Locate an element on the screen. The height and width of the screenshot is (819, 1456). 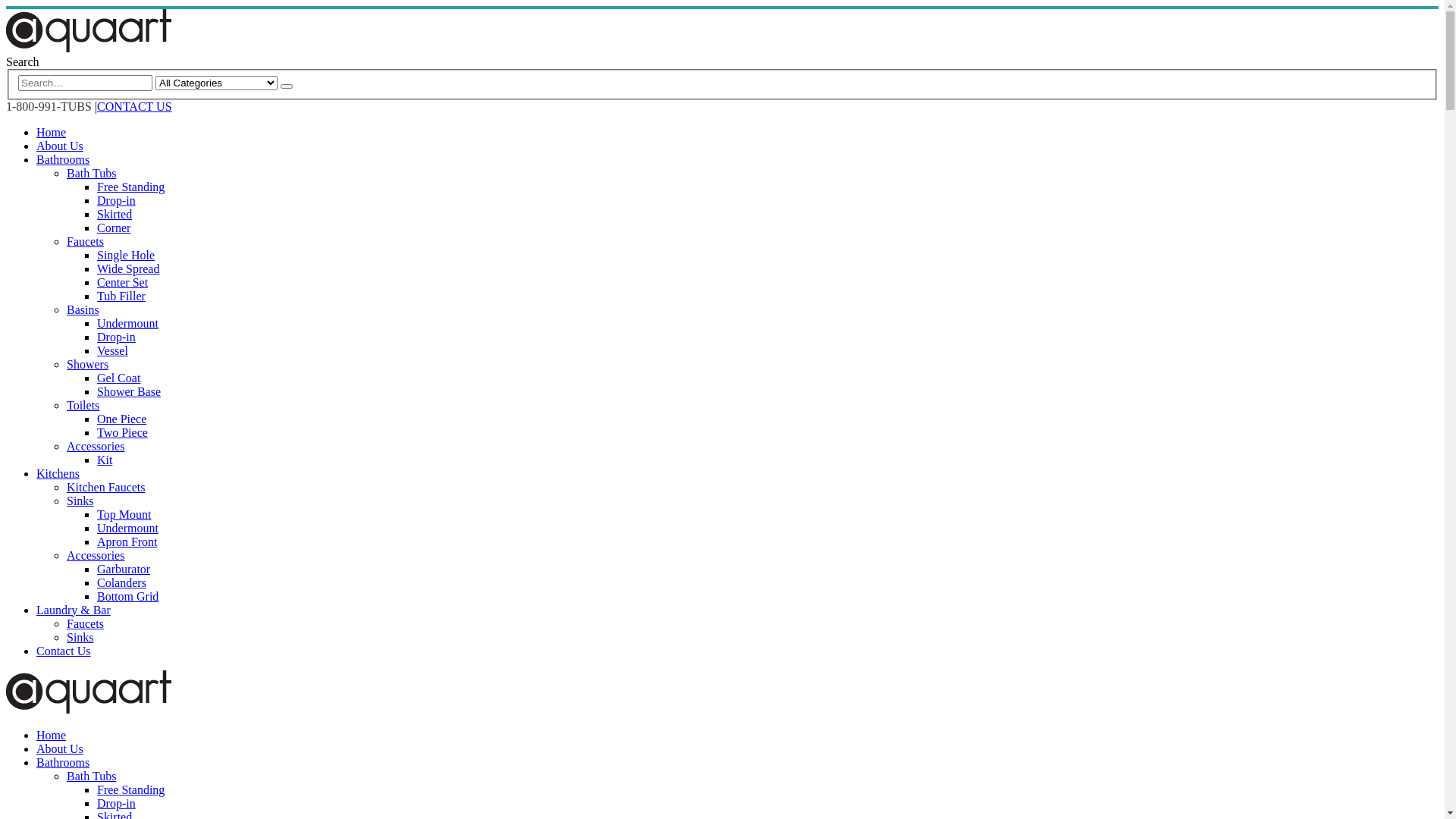
'Drop-in' is located at coordinates (115, 199).